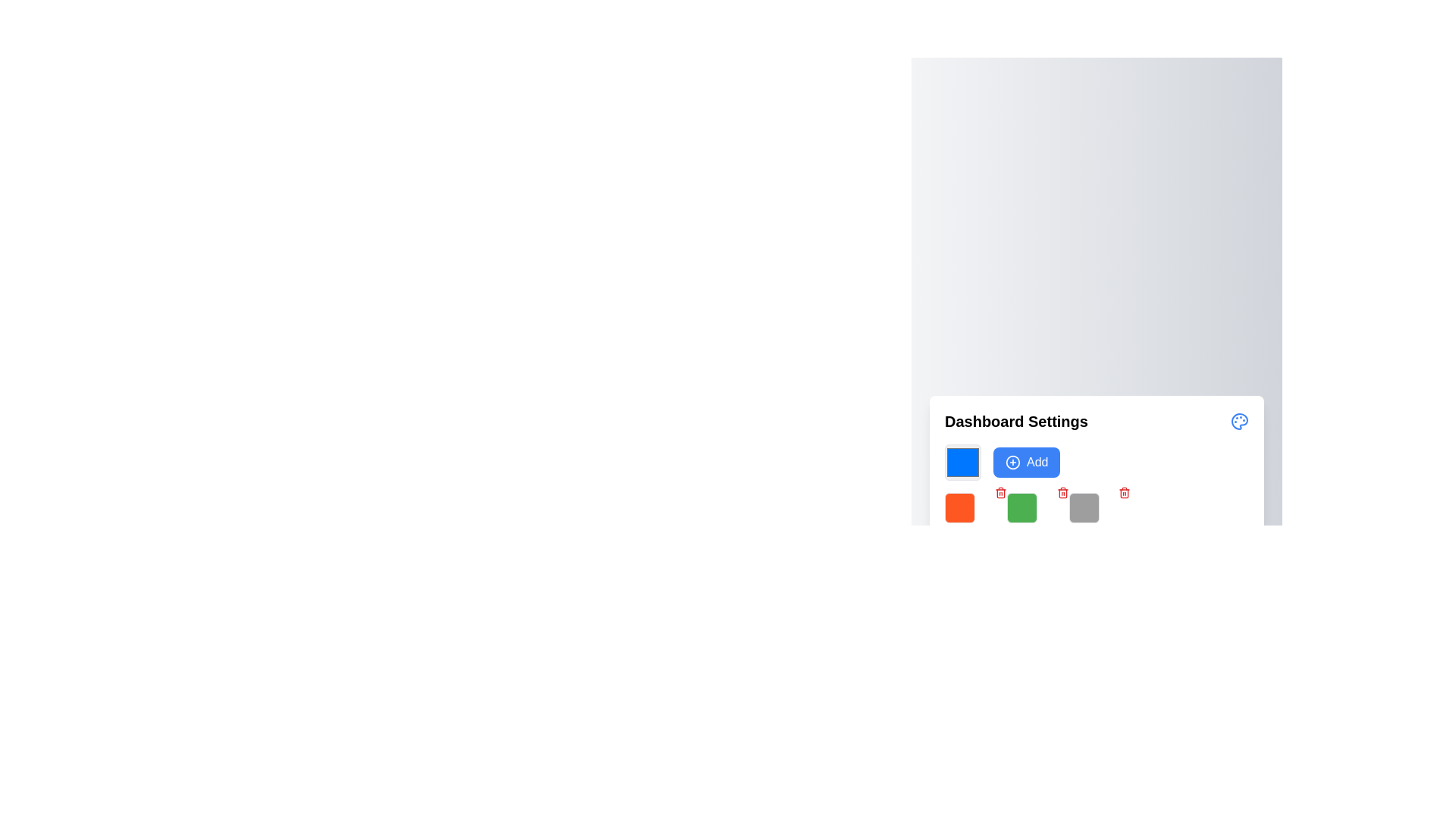 Image resolution: width=1456 pixels, height=819 pixels. What do you see at coordinates (1027, 461) in the screenshot?
I see `the button that allows users to add a new item` at bounding box center [1027, 461].